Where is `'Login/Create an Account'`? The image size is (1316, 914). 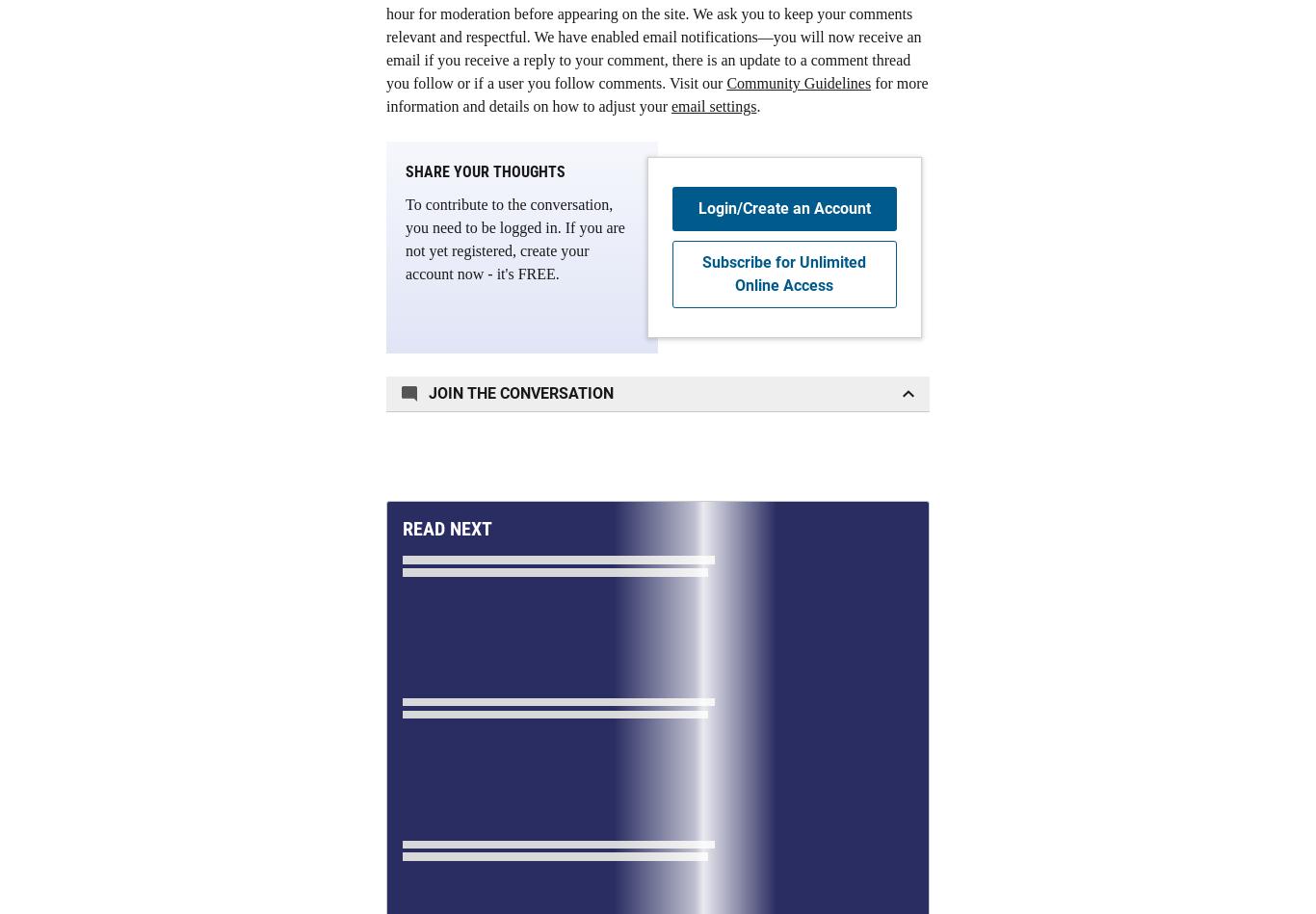 'Login/Create an Account' is located at coordinates (782, 207).